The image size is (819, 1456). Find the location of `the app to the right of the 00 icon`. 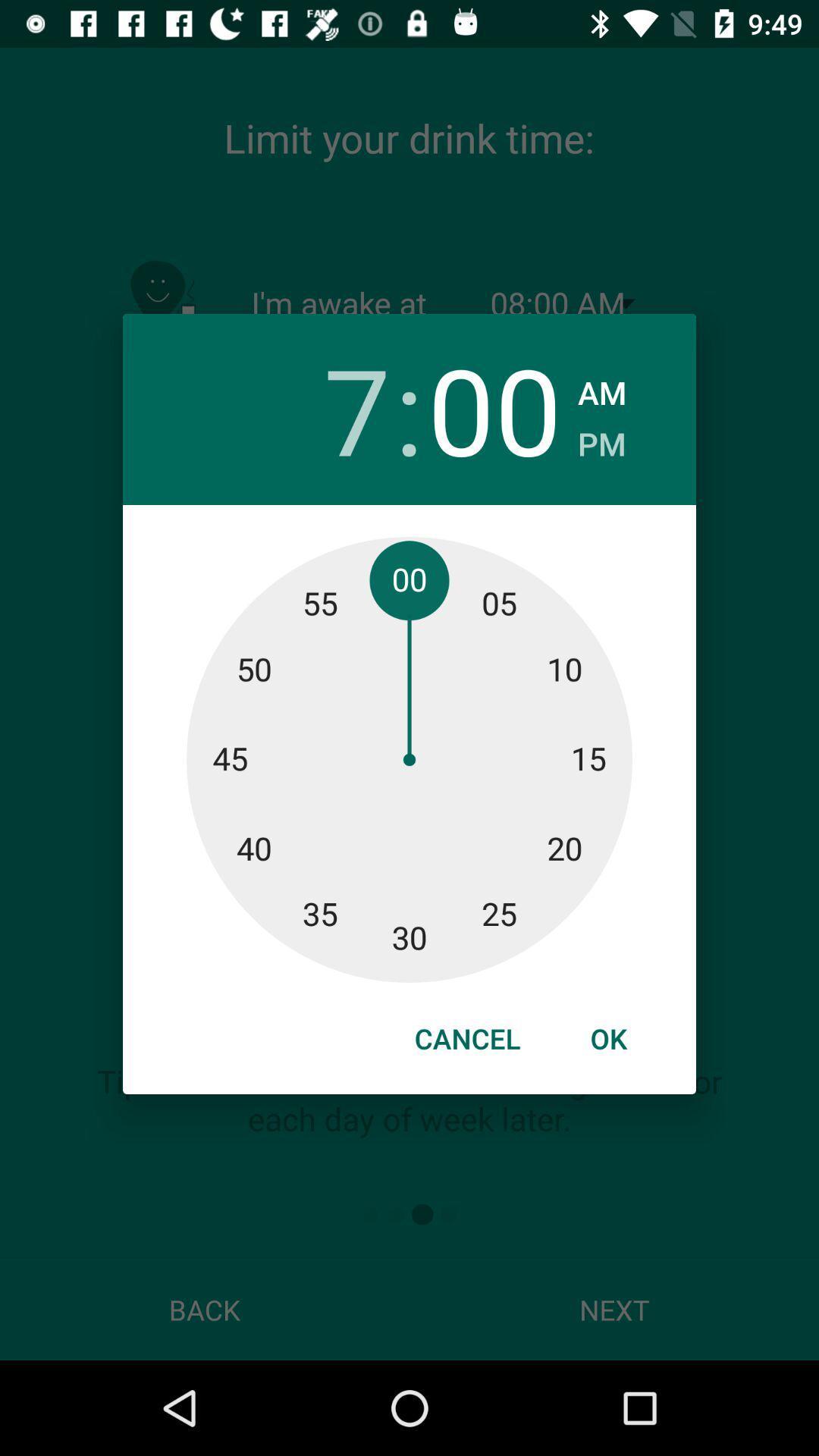

the app to the right of the 00 icon is located at coordinates (601, 388).